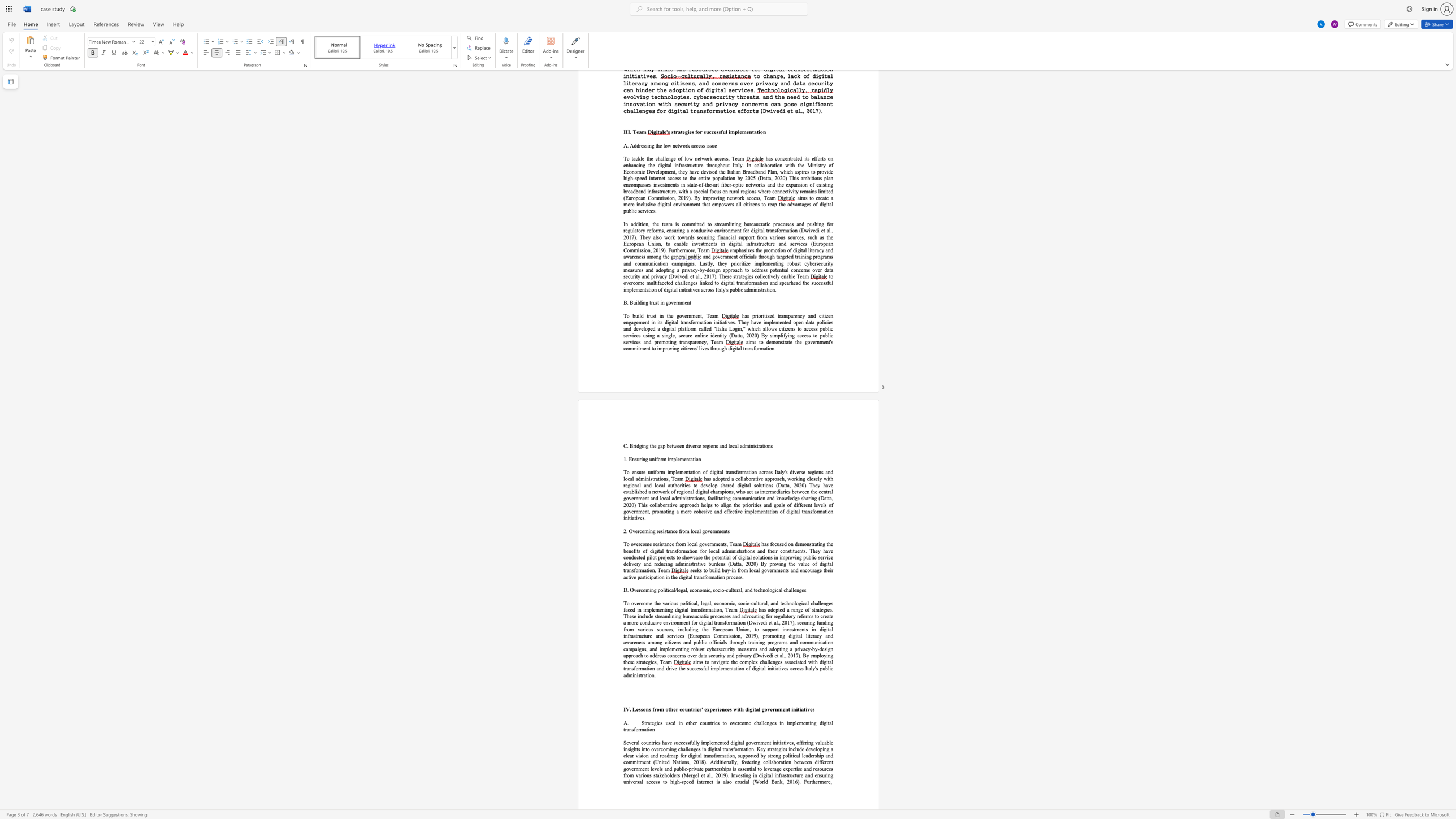  Describe the element at coordinates (662, 445) in the screenshot. I see `the subset text "p between diverse regions and loc" within the text "C. Bridging the gap between diverse regions and local administrations"` at that location.